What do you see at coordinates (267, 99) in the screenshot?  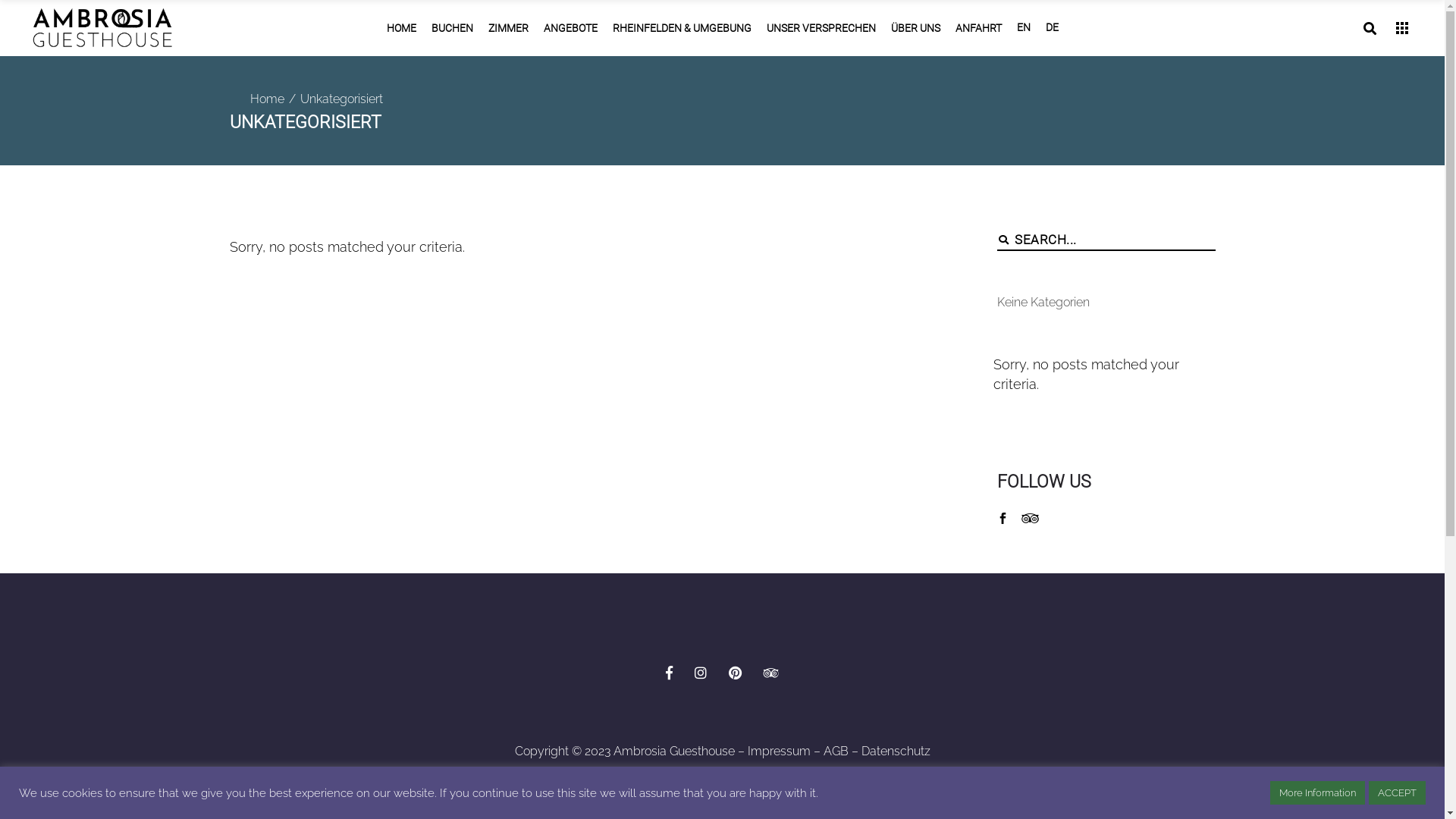 I see `'Home'` at bounding box center [267, 99].